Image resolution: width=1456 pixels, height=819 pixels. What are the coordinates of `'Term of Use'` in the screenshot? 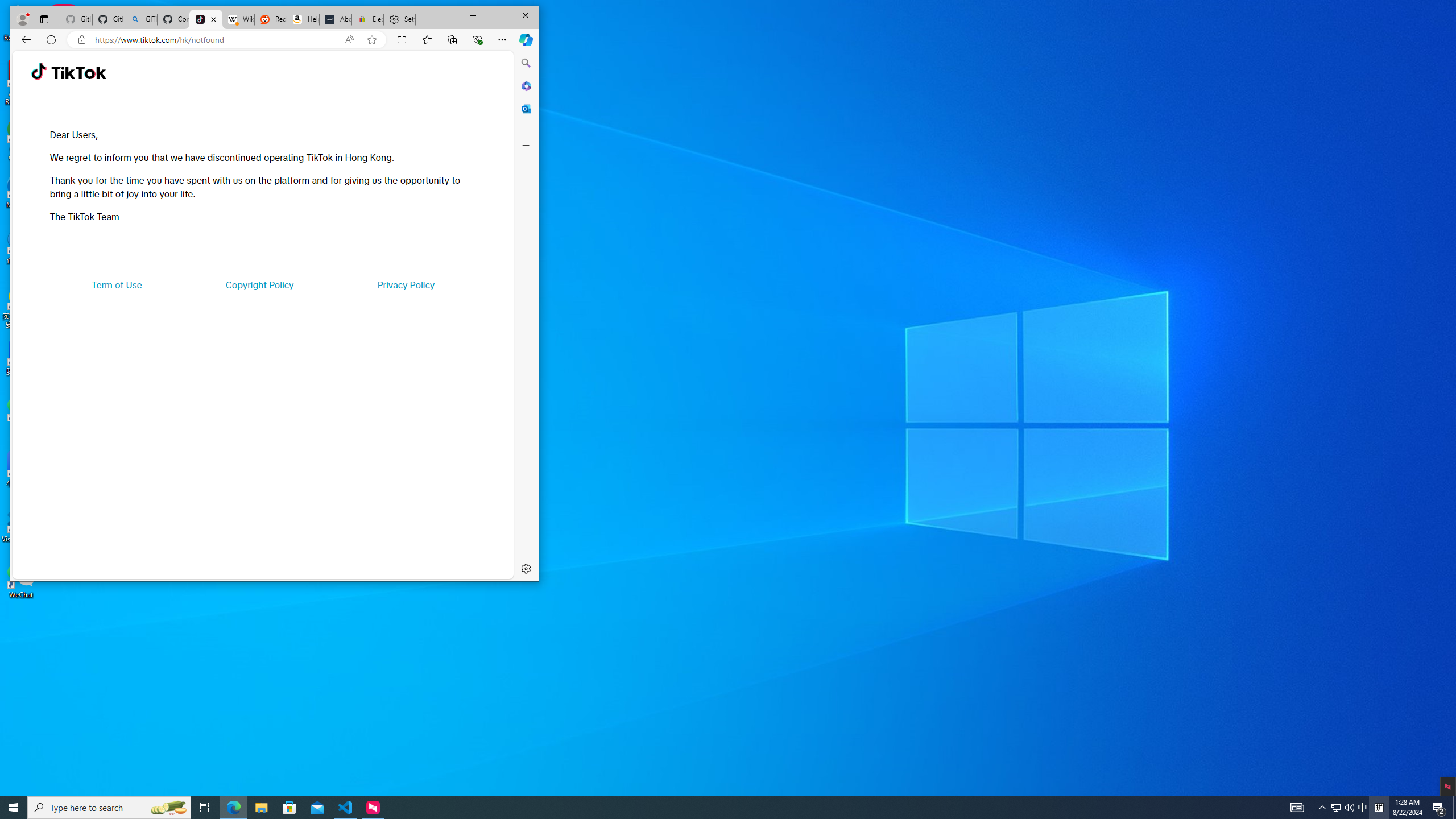 It's located at (117, 285).